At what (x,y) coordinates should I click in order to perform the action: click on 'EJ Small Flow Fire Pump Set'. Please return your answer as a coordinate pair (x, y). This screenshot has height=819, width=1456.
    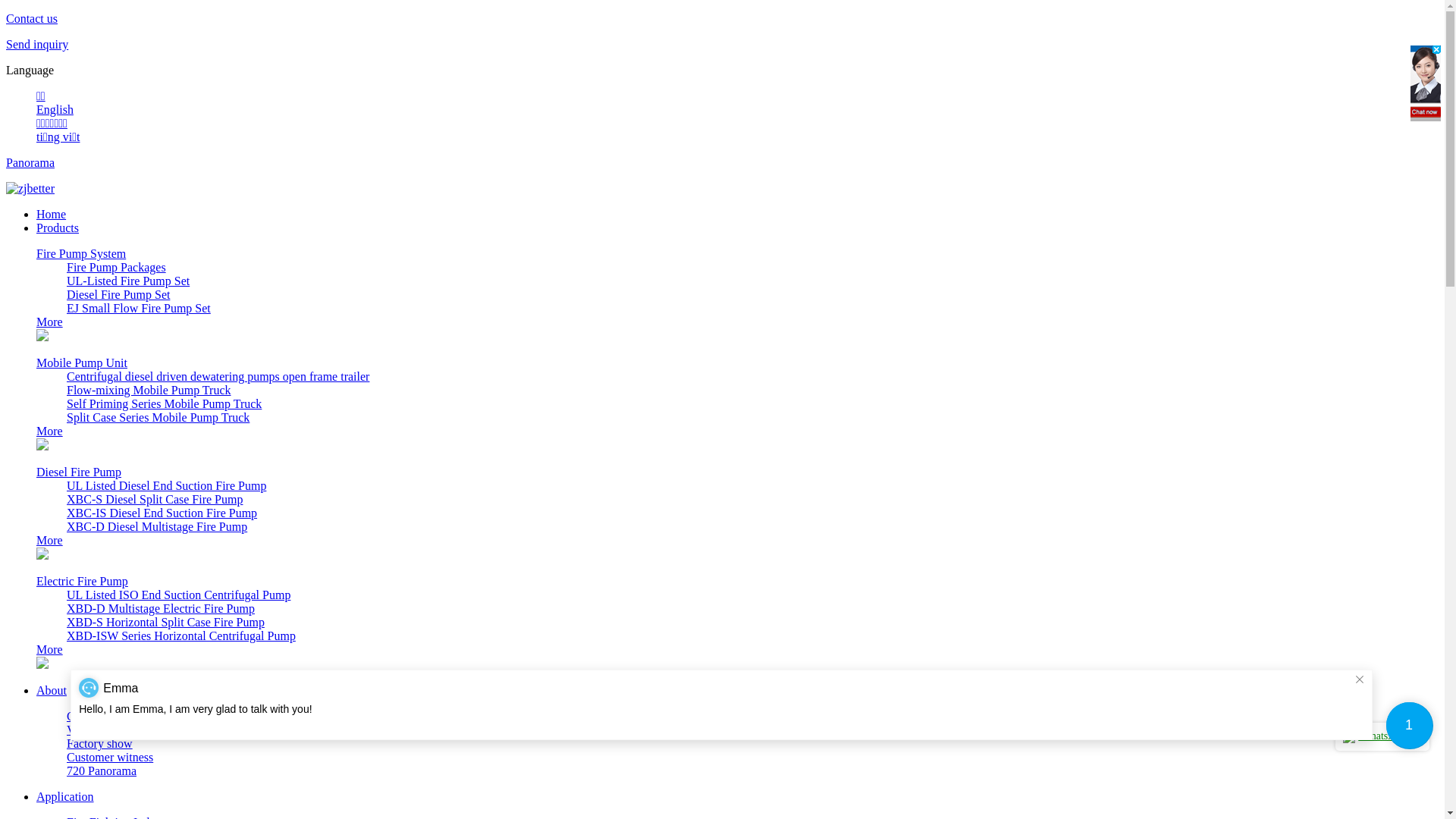
    Looking at the image, I should click on (65, 307).